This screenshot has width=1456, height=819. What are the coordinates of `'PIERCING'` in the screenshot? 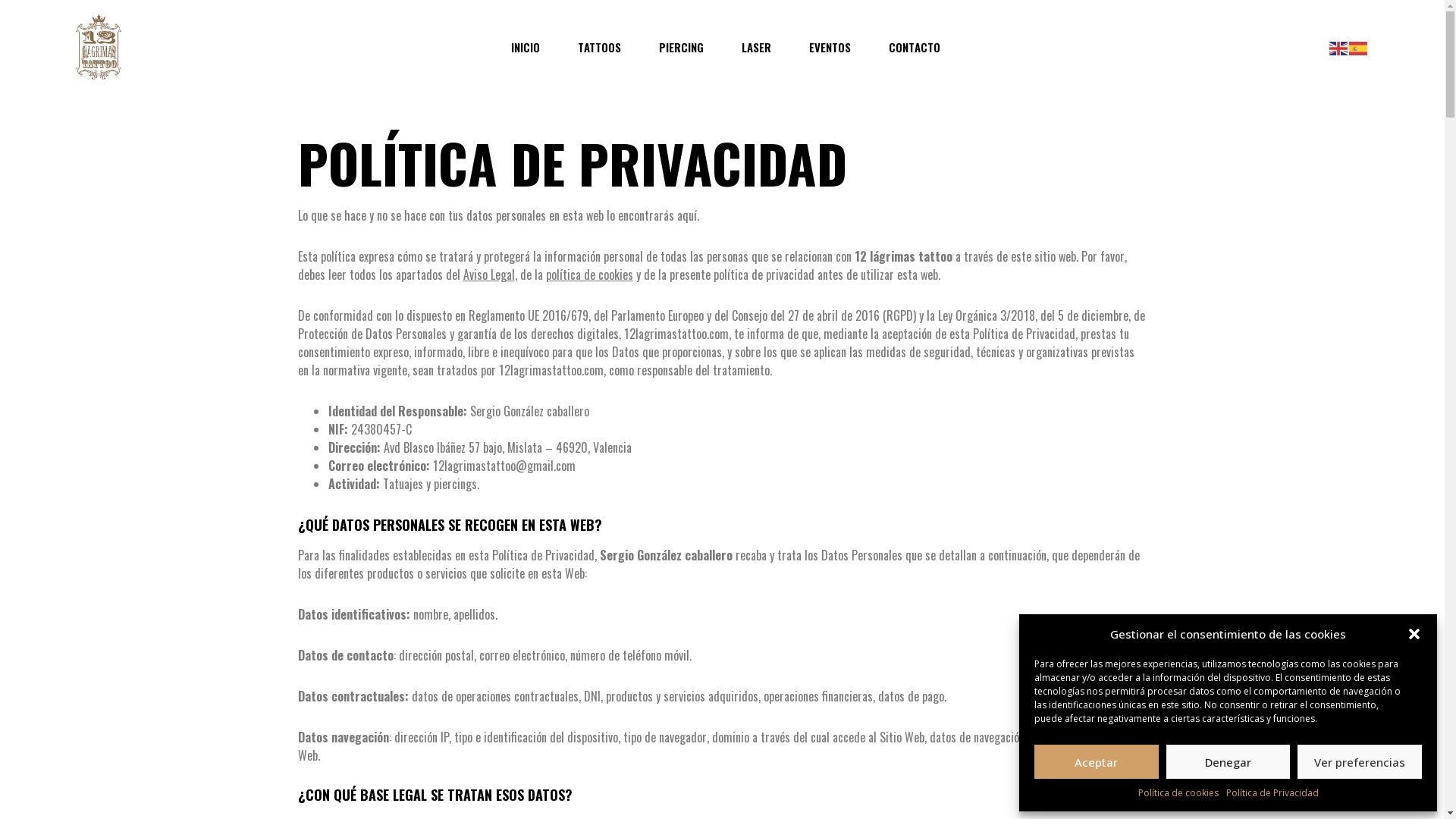 It's located at (658, 45).